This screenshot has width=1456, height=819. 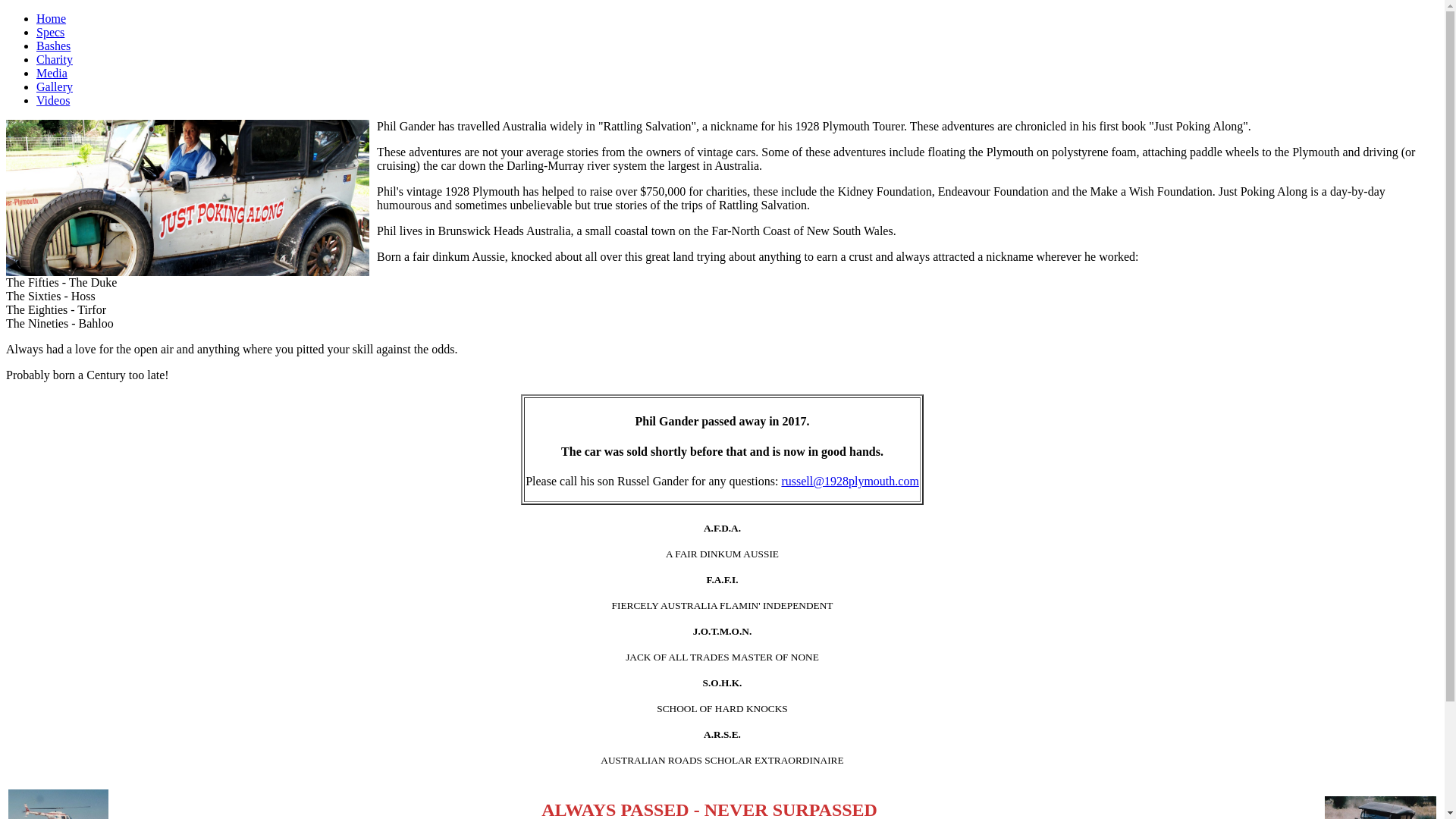 I want to click on 'Specs', so click(x=50, y=32).